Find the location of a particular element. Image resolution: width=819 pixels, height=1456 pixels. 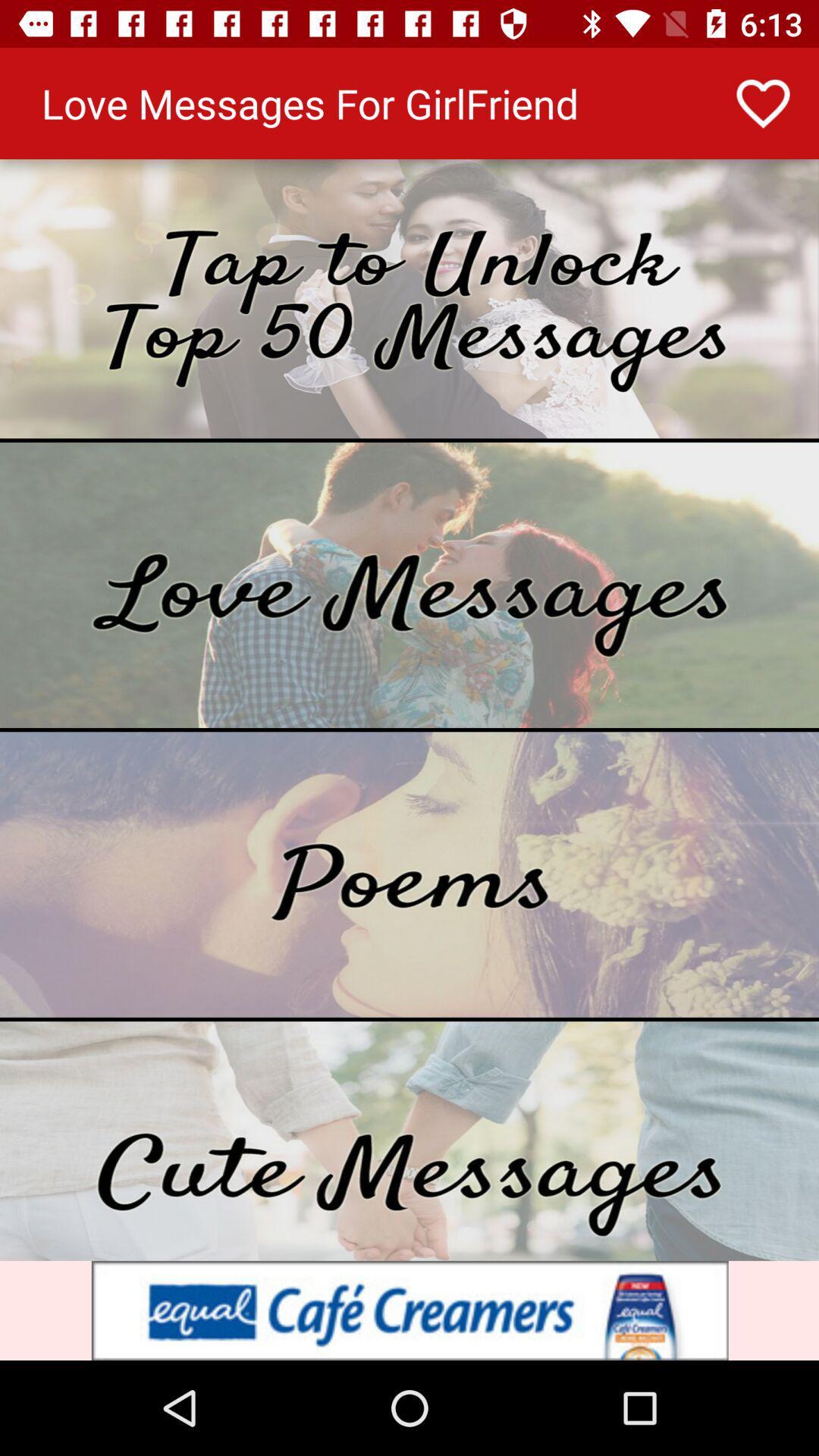

advertisements website is located at coordinates (409, 1310).